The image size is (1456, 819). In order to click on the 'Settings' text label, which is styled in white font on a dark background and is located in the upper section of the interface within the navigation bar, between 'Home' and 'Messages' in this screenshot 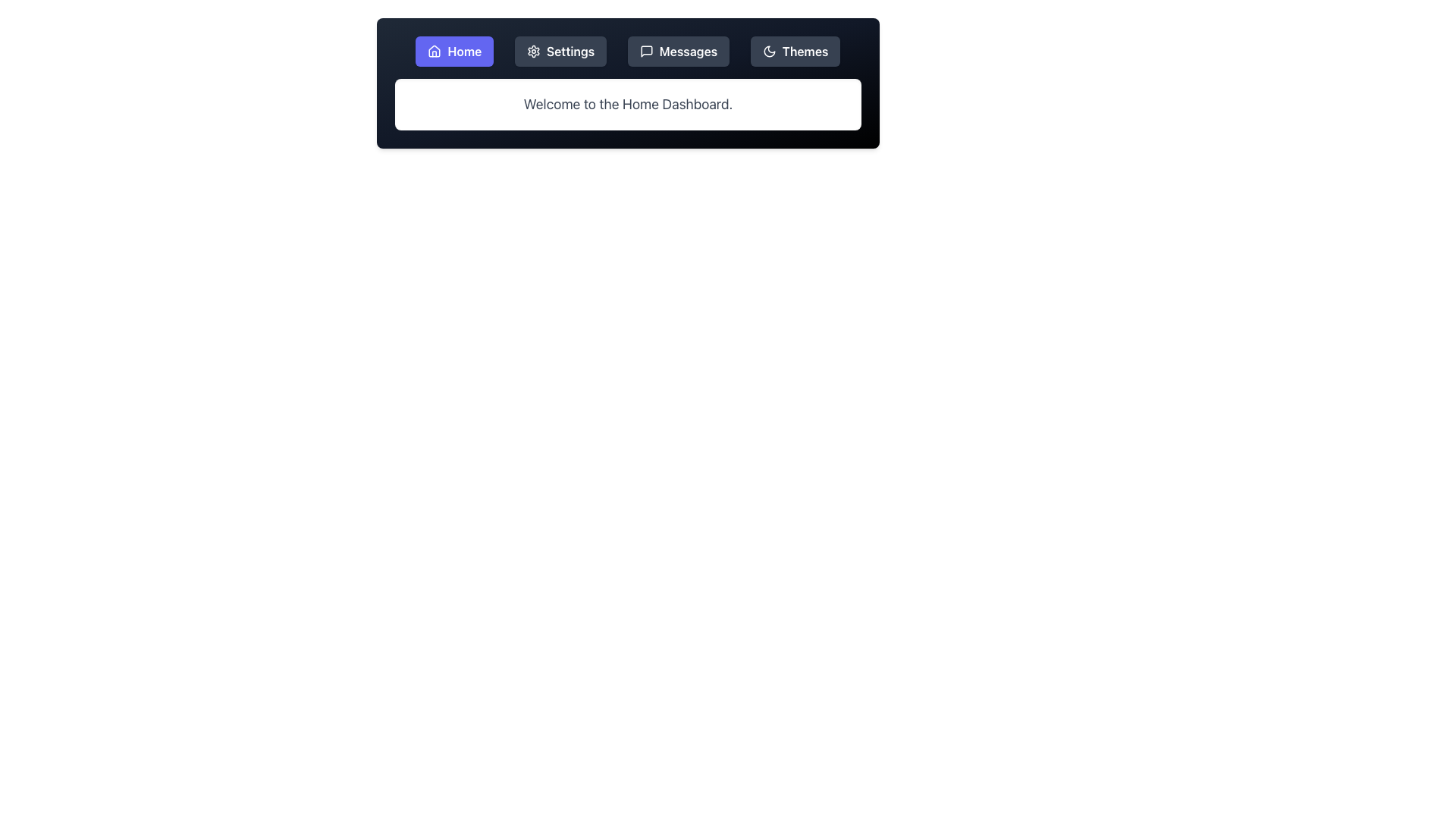, I will do `click(570, 51)`.